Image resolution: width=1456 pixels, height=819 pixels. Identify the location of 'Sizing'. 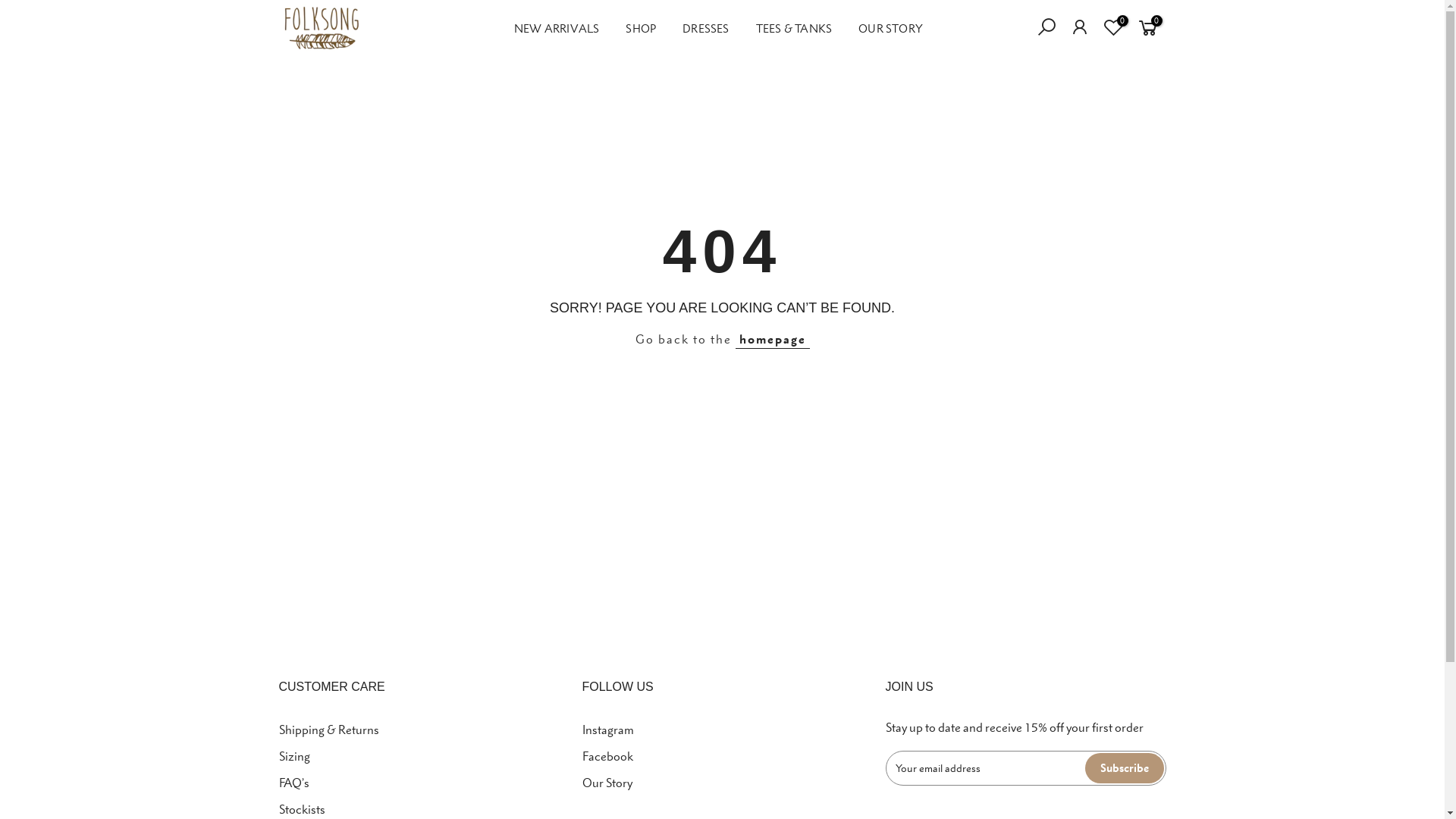
(294, 755).